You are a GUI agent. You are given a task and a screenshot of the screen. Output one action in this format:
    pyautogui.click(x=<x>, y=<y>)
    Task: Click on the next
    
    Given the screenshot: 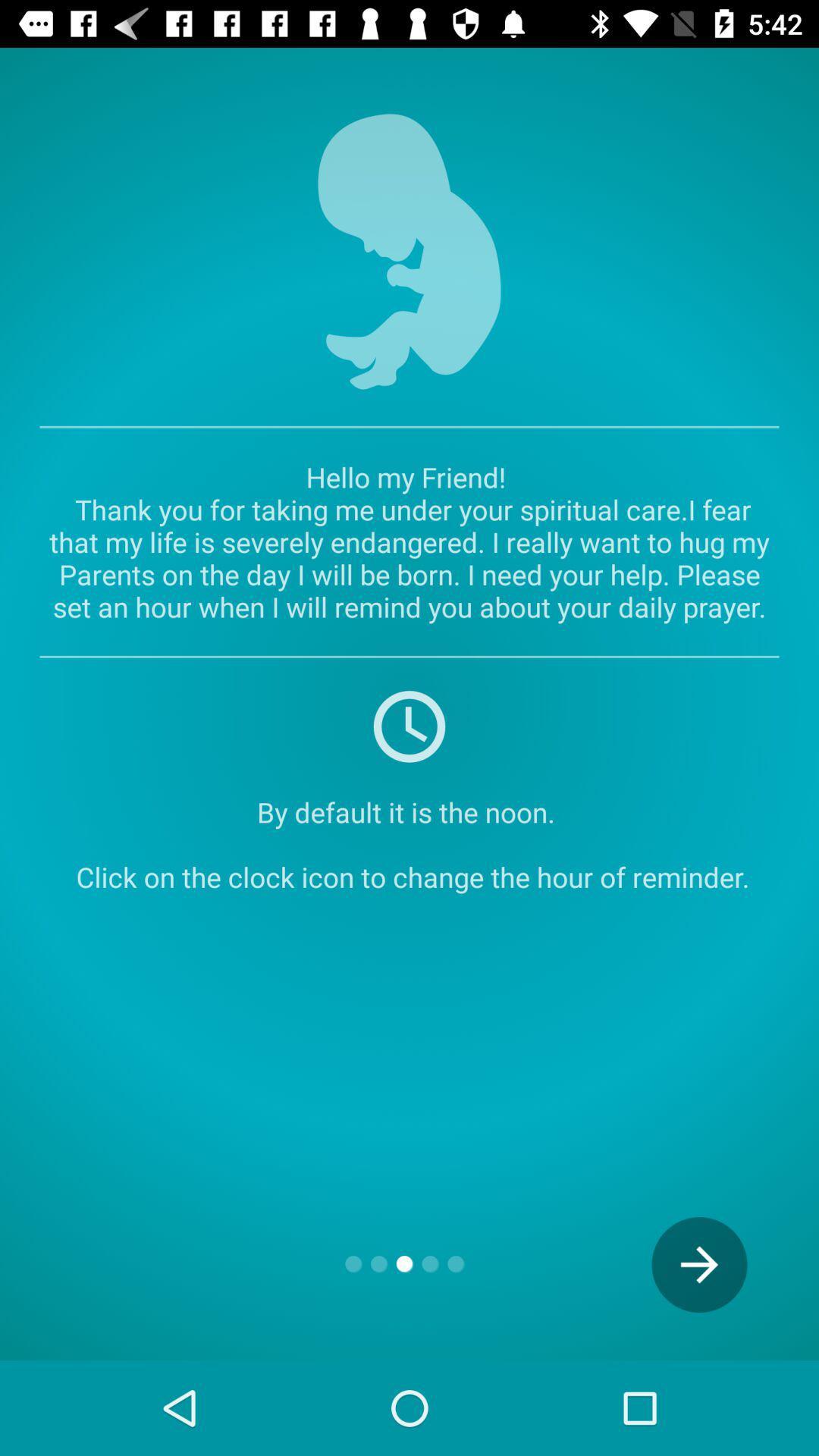 What is the action you would take?
    pyautogui.click(x=699, y=1264)
    